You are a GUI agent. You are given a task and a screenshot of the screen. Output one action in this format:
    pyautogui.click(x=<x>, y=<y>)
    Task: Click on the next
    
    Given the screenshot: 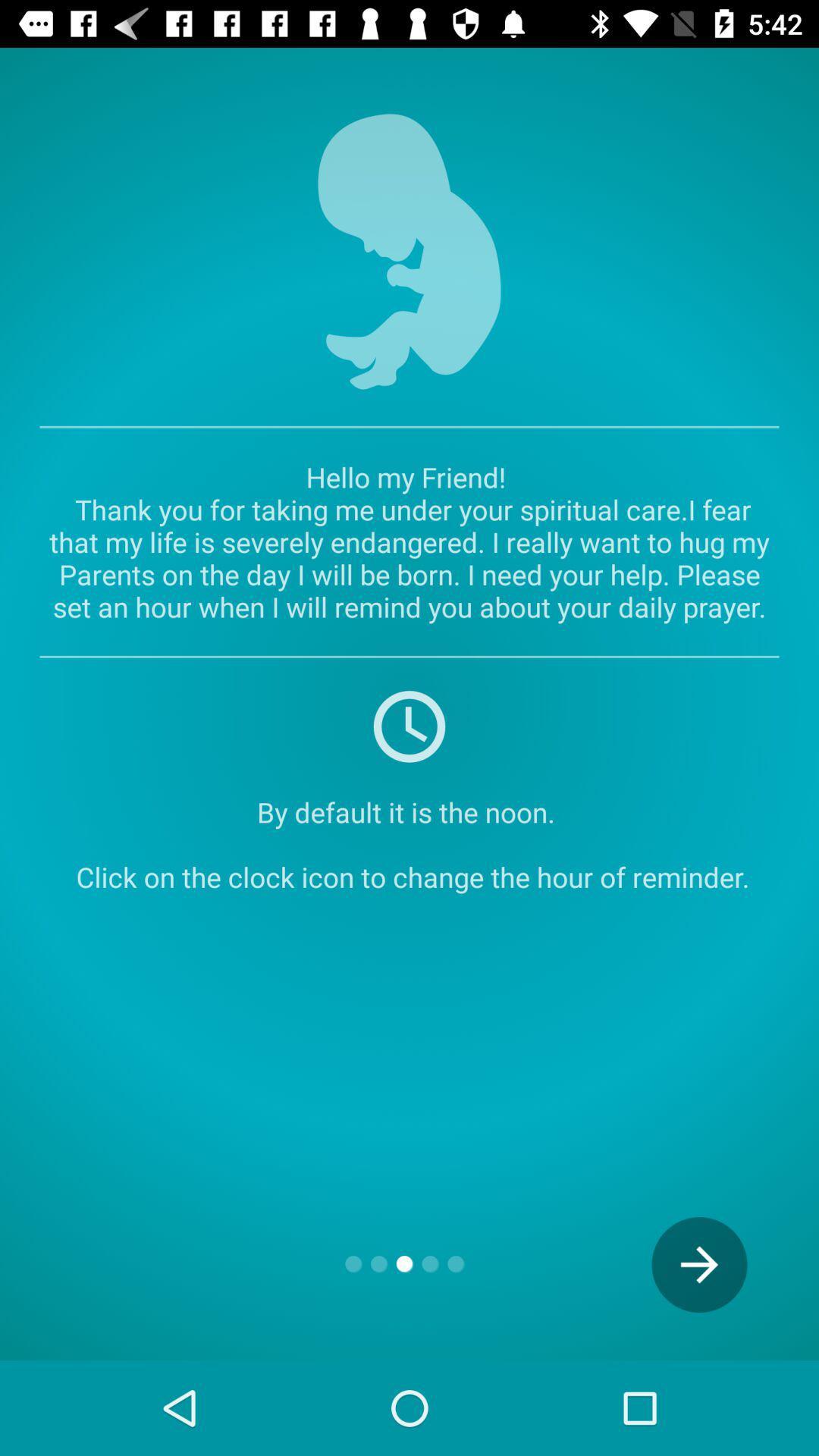 What is the action you would take?
    pyautogui.click(x=699, y=1264)
    